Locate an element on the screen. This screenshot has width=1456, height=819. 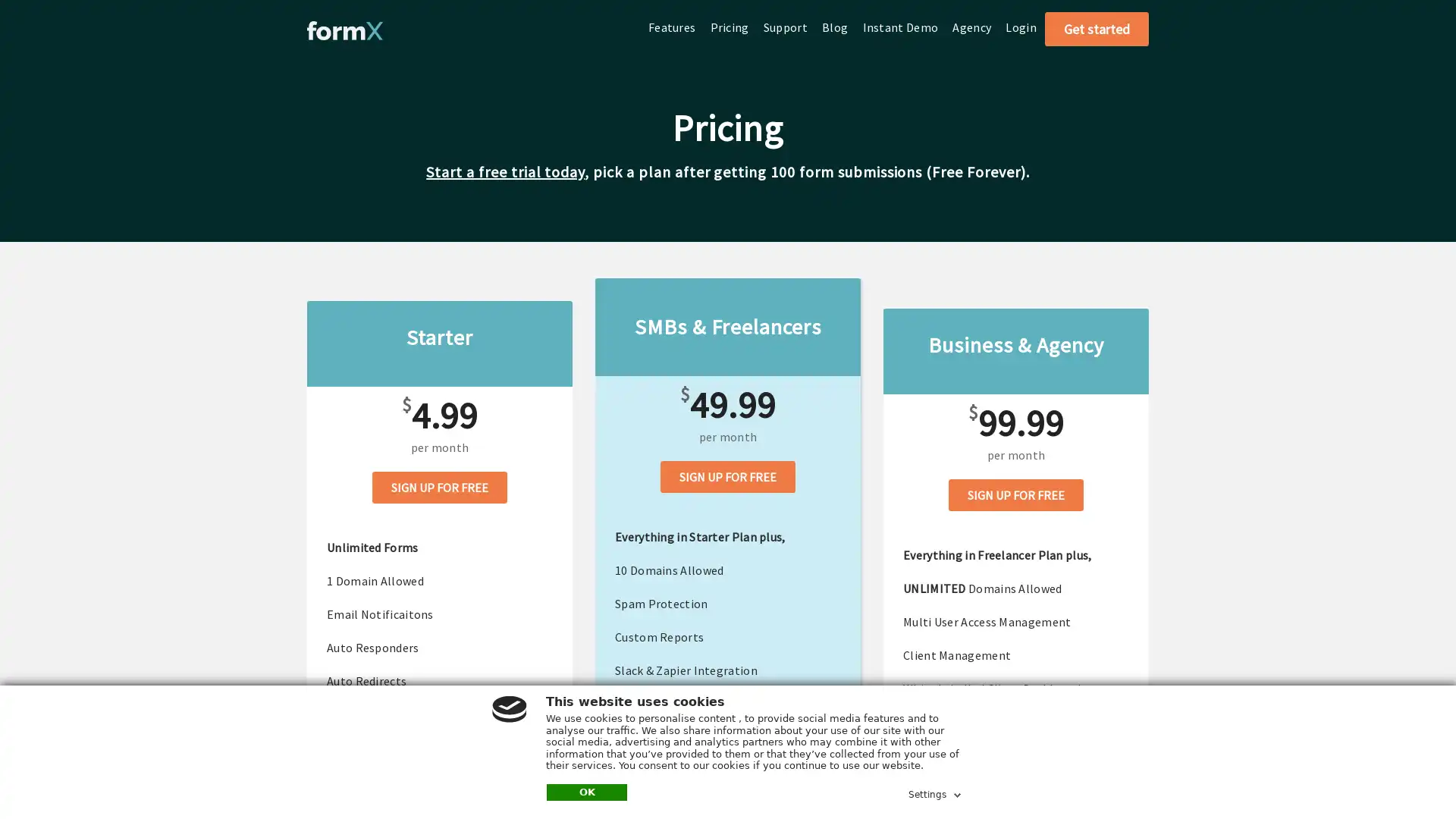
Get started is located at coordinates (1097, 29).